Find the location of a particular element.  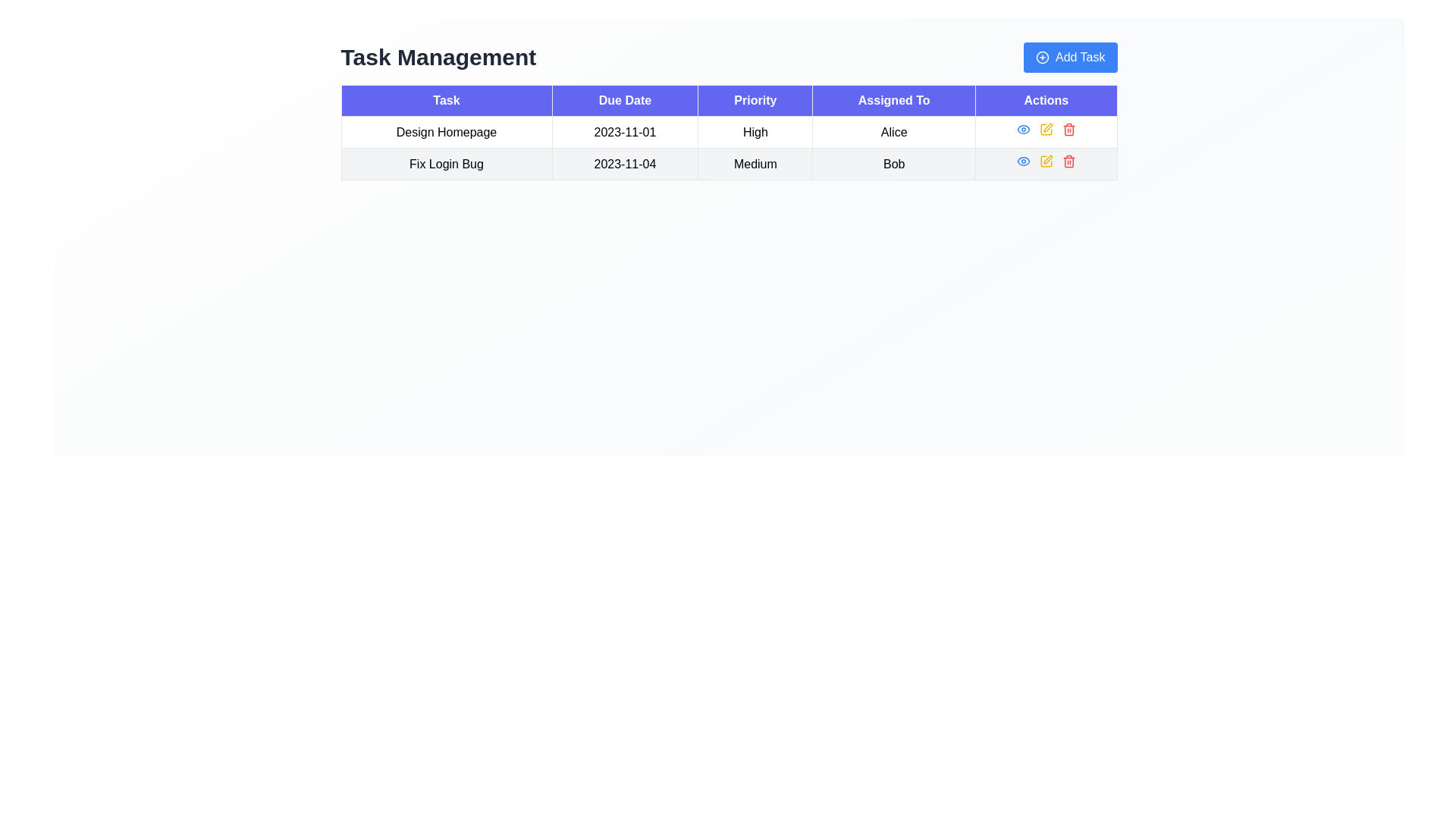

the button for adding a new task located at the top-right corner of the interface near the 'Task Management' heading is located at coordinates (1069, 57).